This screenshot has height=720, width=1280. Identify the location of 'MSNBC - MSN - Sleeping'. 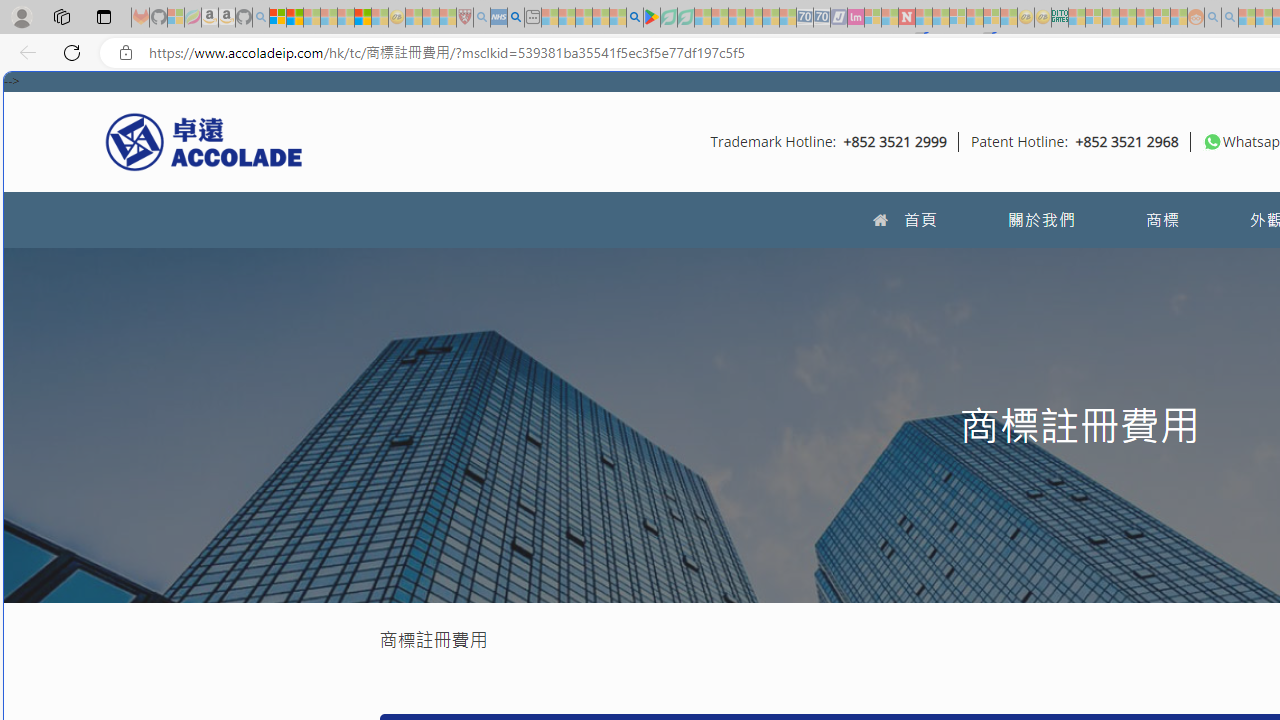
(1076, 17).